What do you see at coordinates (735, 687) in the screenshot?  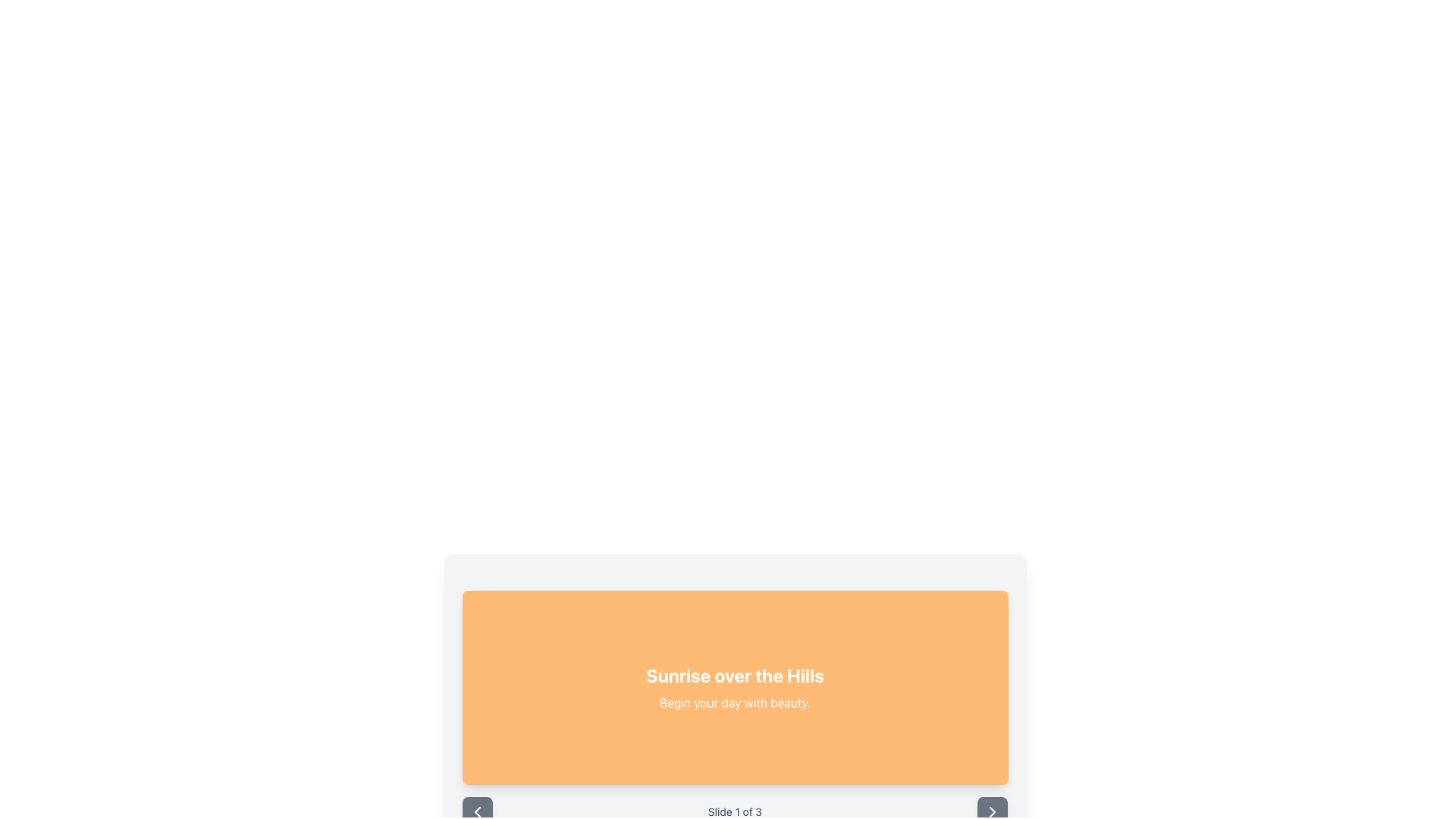 I see `text displayed in the Text Panel that contains 'Sunrise over the Hills' and 'Begin your day with beauty.'` at bounding box center [735, 687].